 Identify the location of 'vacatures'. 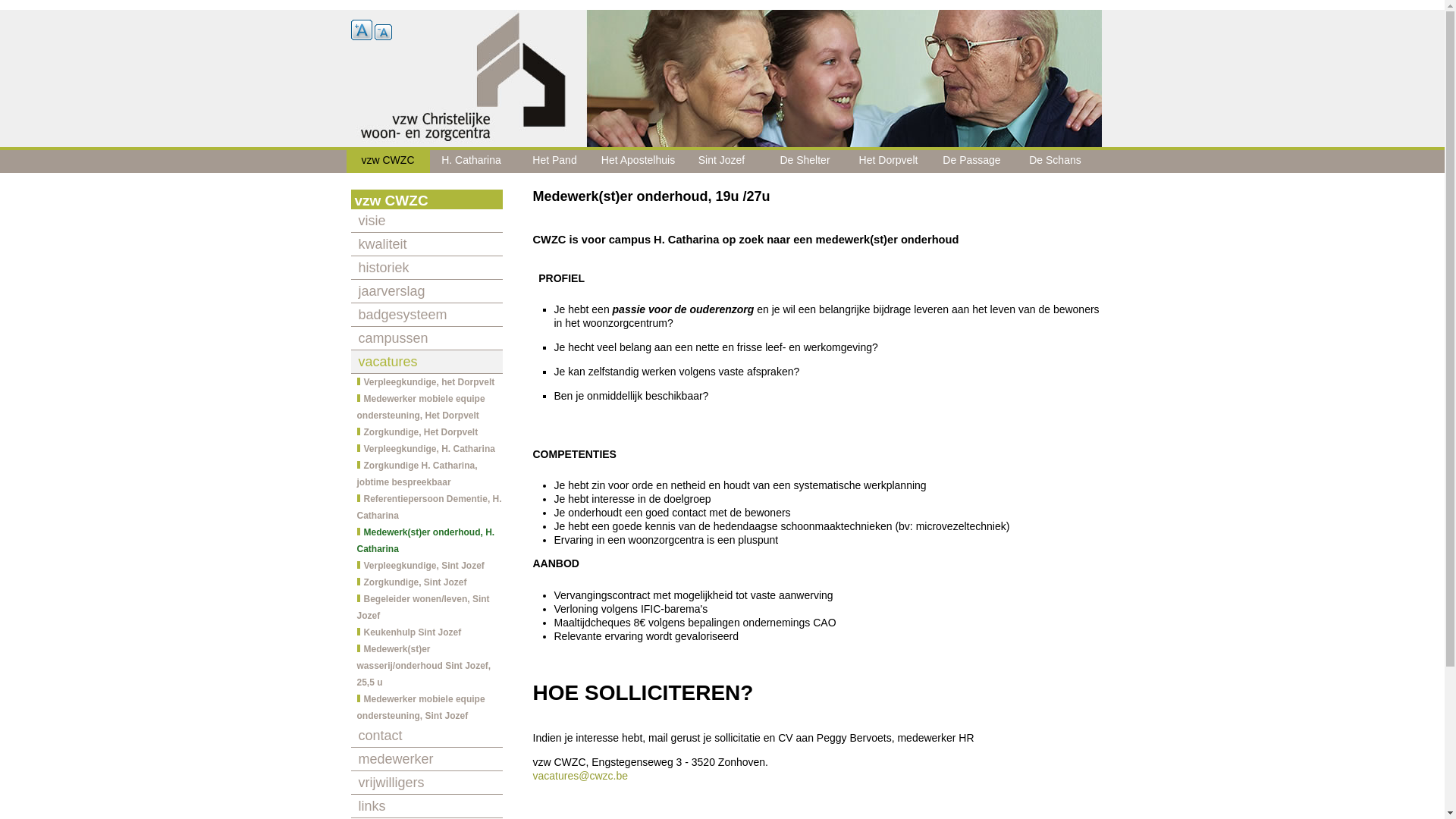
(425, 362).